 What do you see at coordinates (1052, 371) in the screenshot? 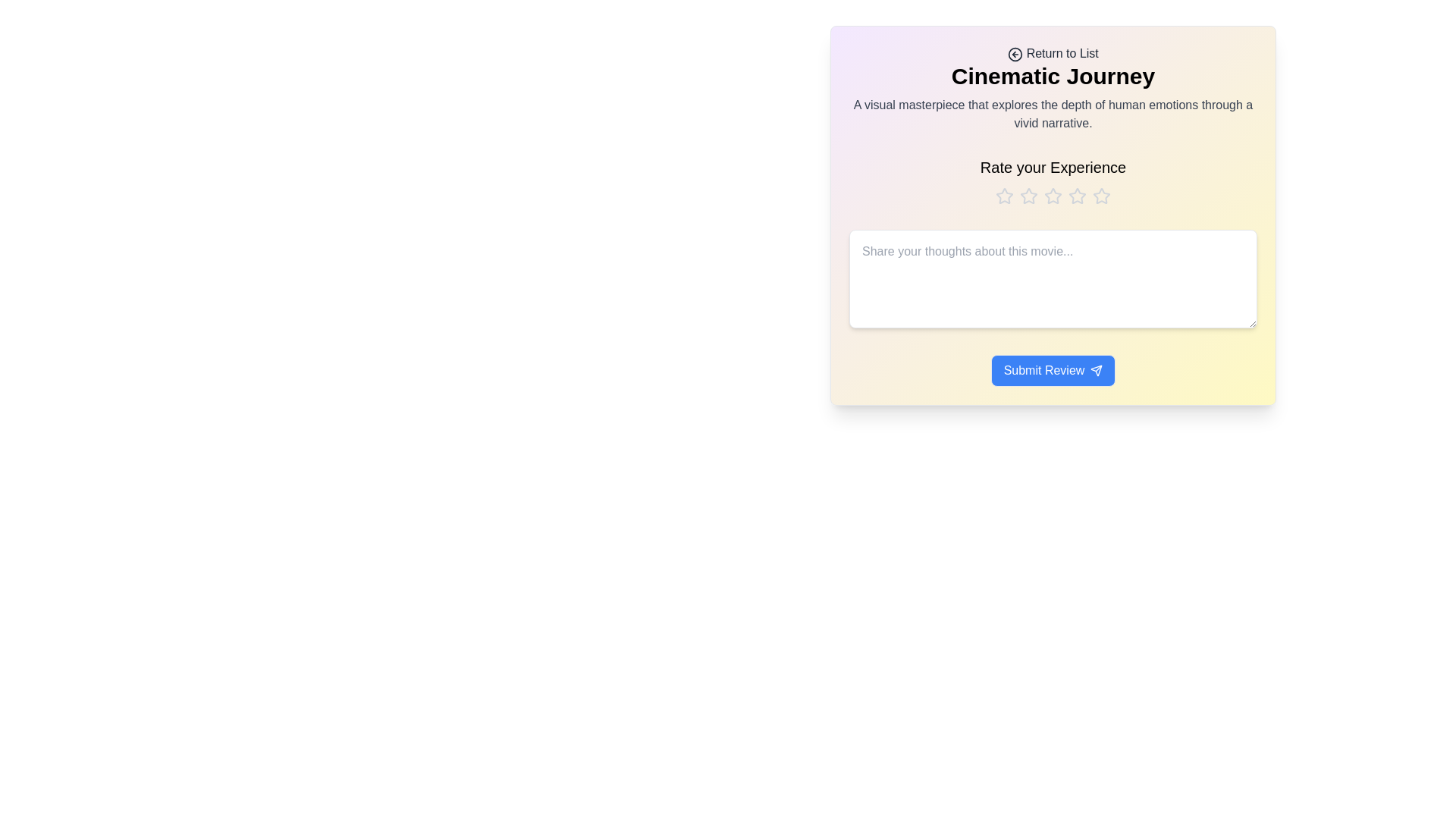
I see `the review submission button located at the bottom center of the review card layout` at bounding box center [1052, 371].